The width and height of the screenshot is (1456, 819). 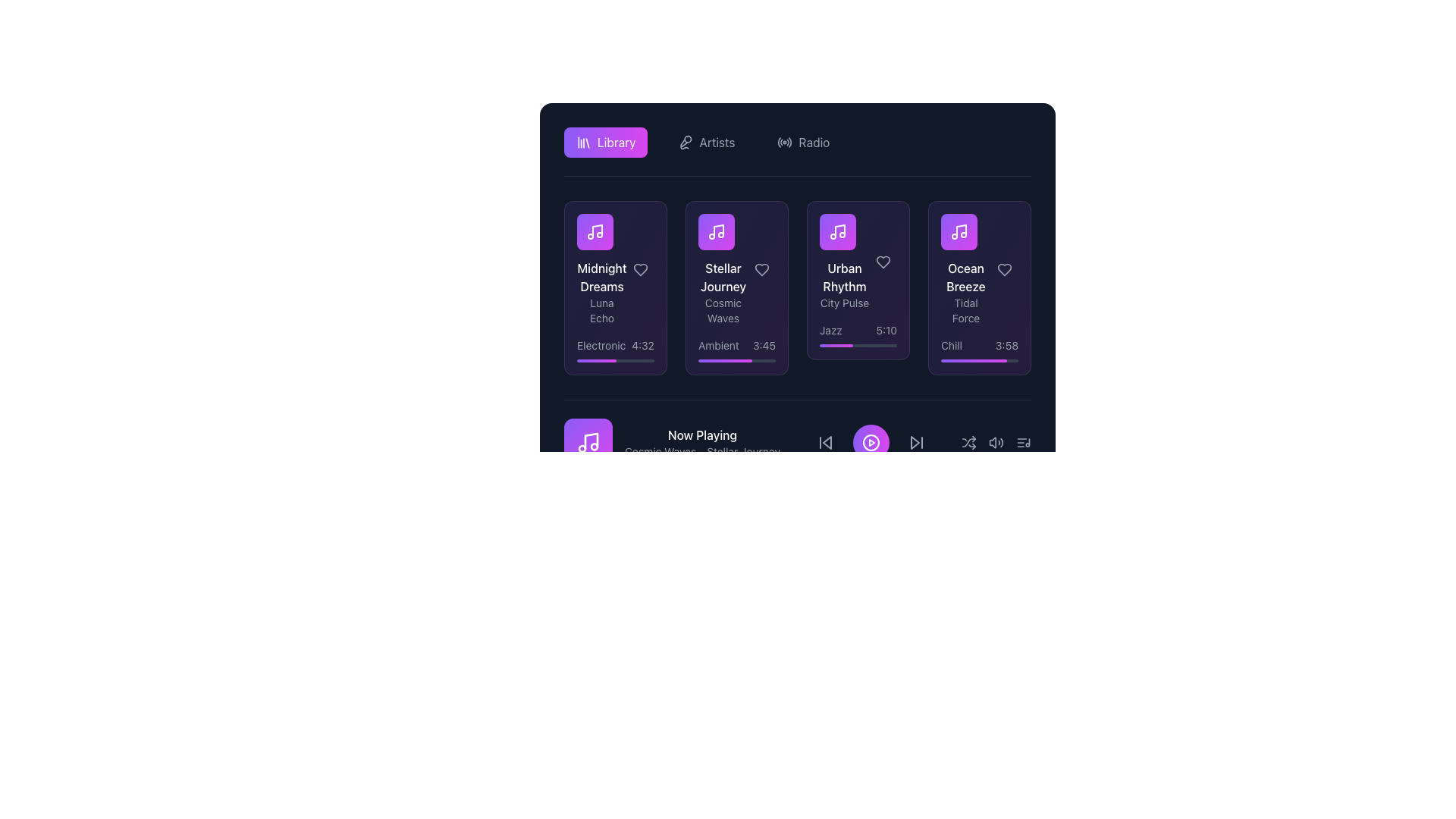 I want to click on the music note icon with a pink-to-violet gradient background, located at the top center of the 'Ocean Breeze' card, so click(x=959, y=231).